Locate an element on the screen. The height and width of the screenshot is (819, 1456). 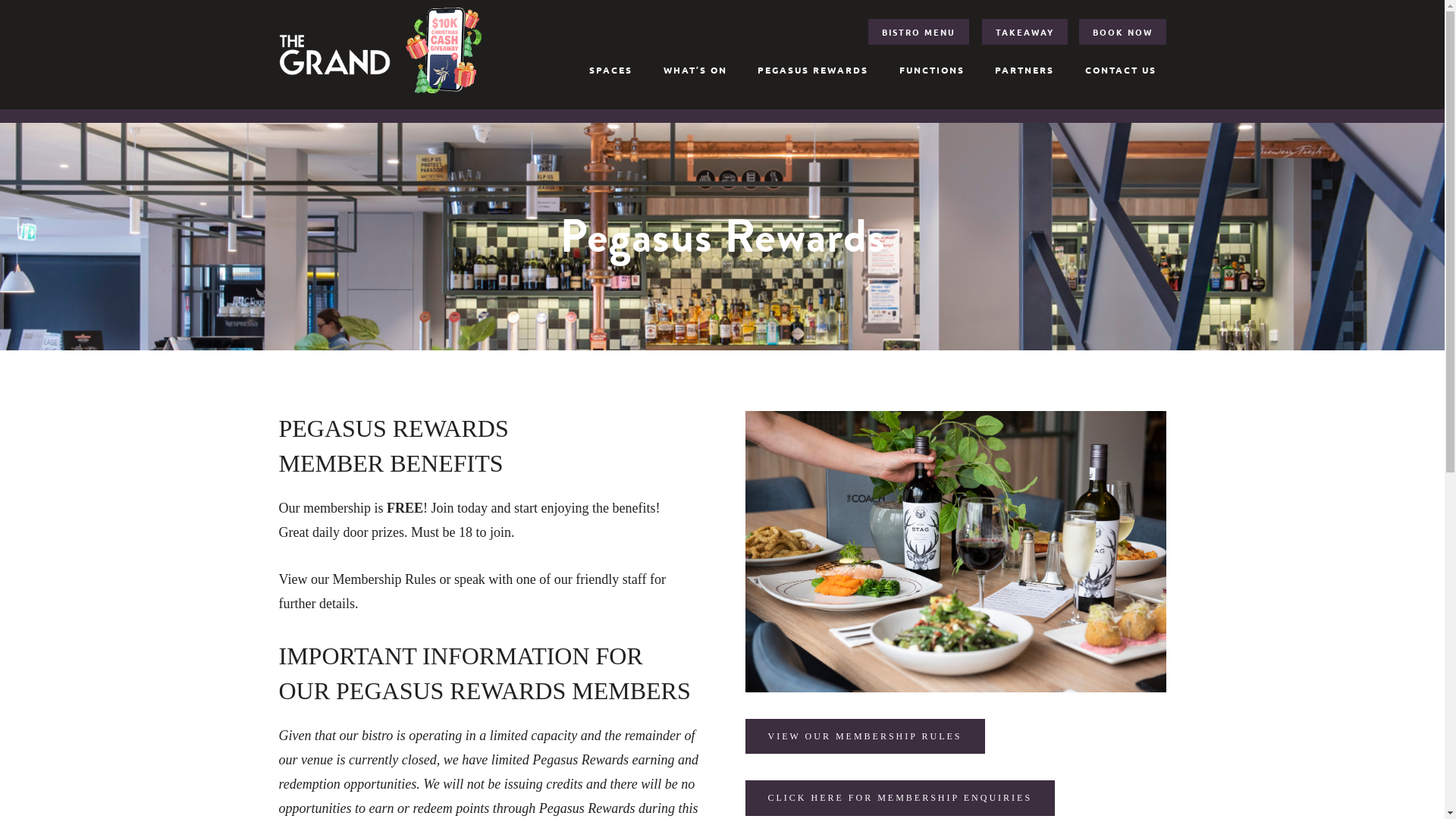
'BOOK NOW' is located at coordinates (1122, 32).